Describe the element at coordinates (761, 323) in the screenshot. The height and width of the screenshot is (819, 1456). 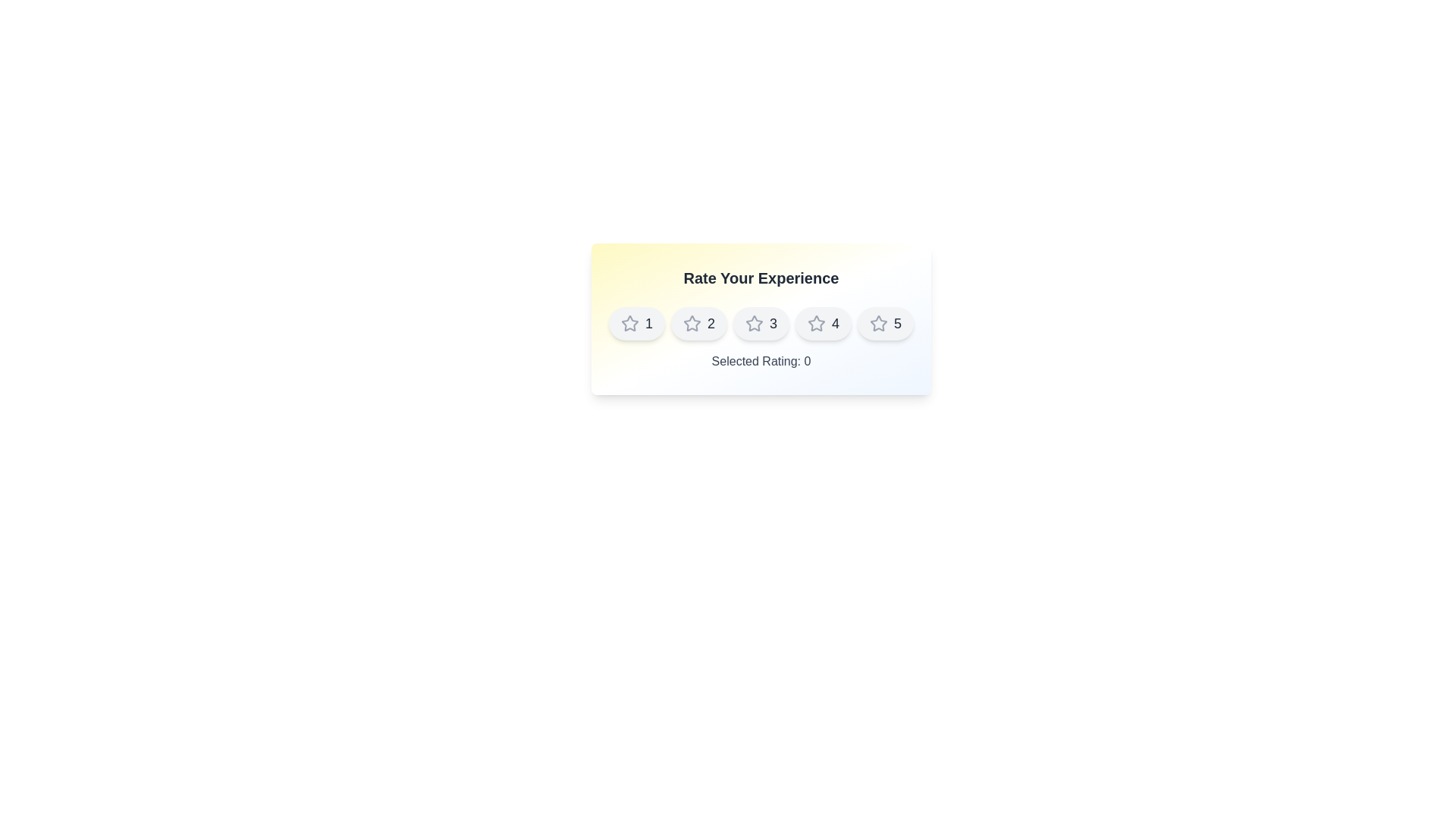
I see `the star corresponding to the rating value 3` at that location.